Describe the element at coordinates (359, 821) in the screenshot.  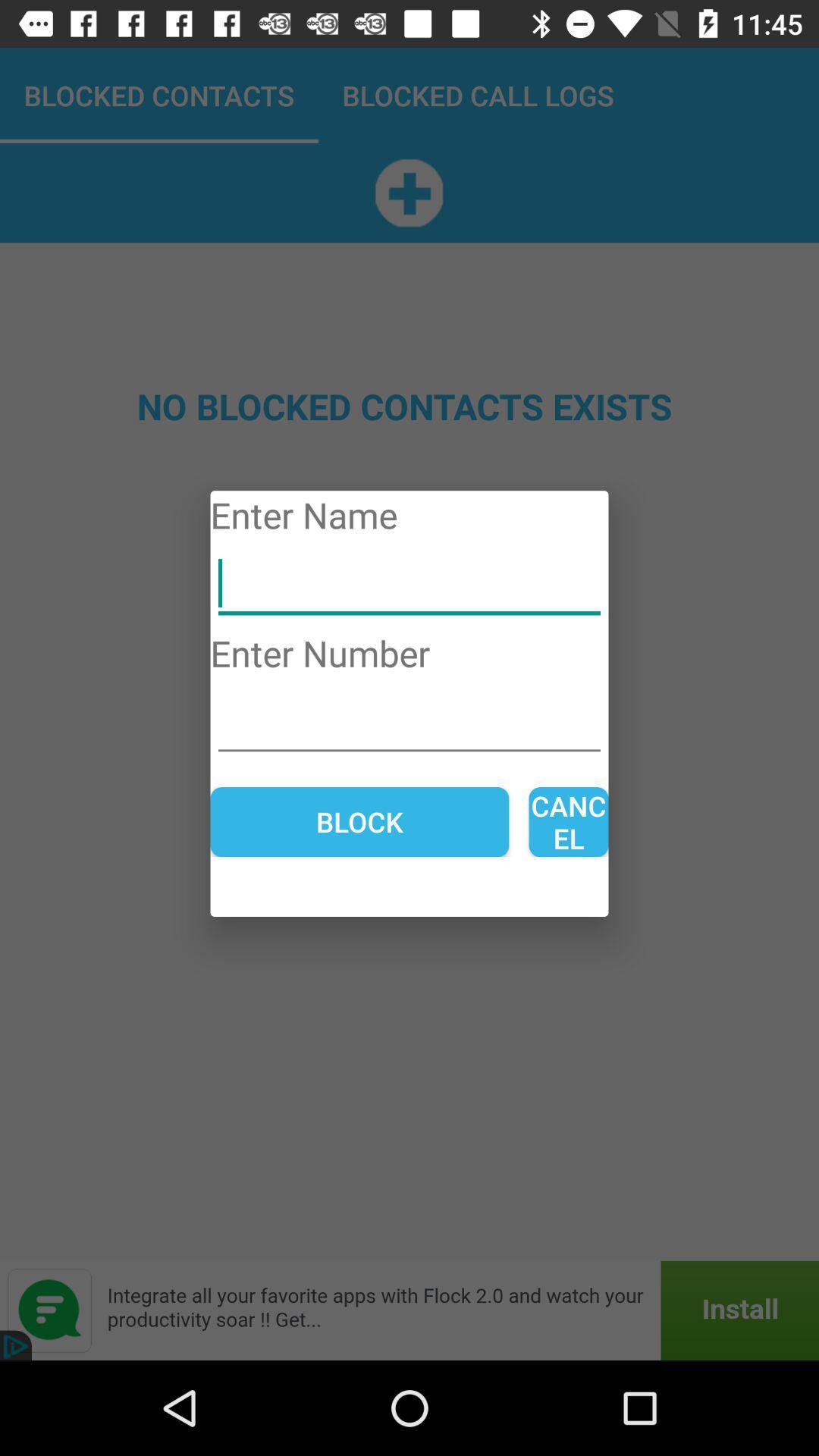
I see `icon next to the cancel item` at that location.